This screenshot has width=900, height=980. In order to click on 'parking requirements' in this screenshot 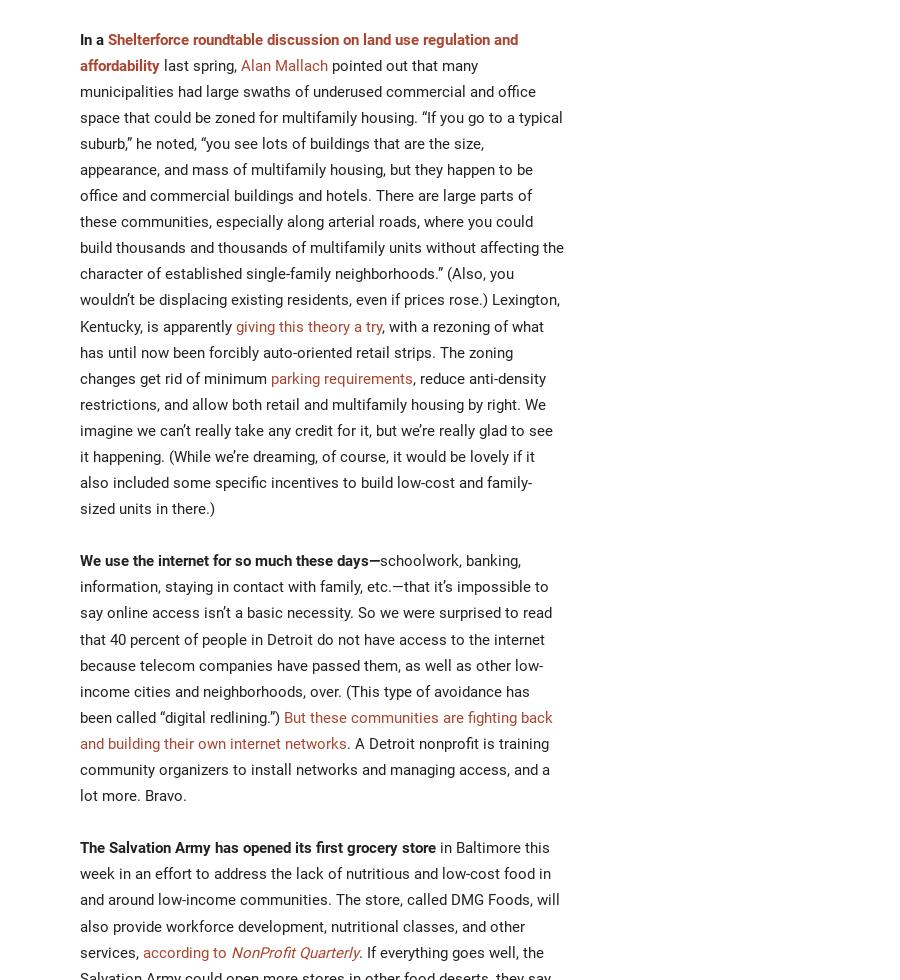, I will do `click(342, 377)`.